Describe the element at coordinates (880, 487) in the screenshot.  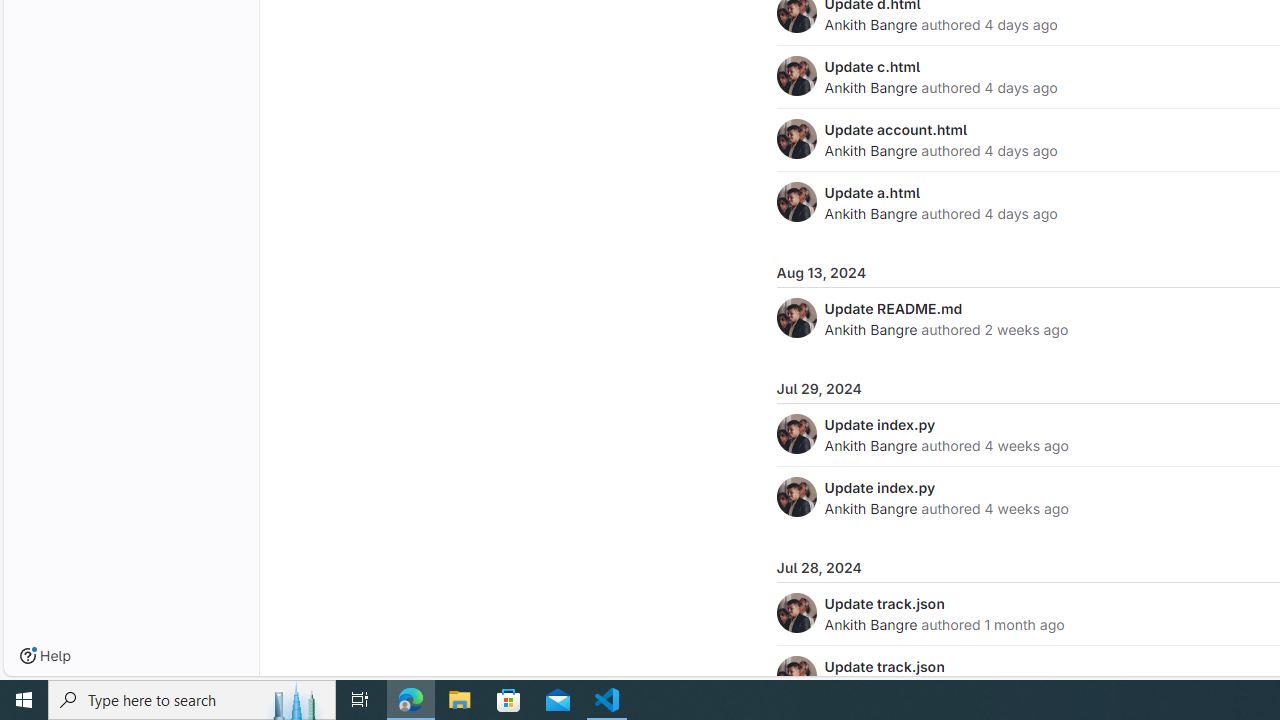
I see `'Update index.py'` at that location.